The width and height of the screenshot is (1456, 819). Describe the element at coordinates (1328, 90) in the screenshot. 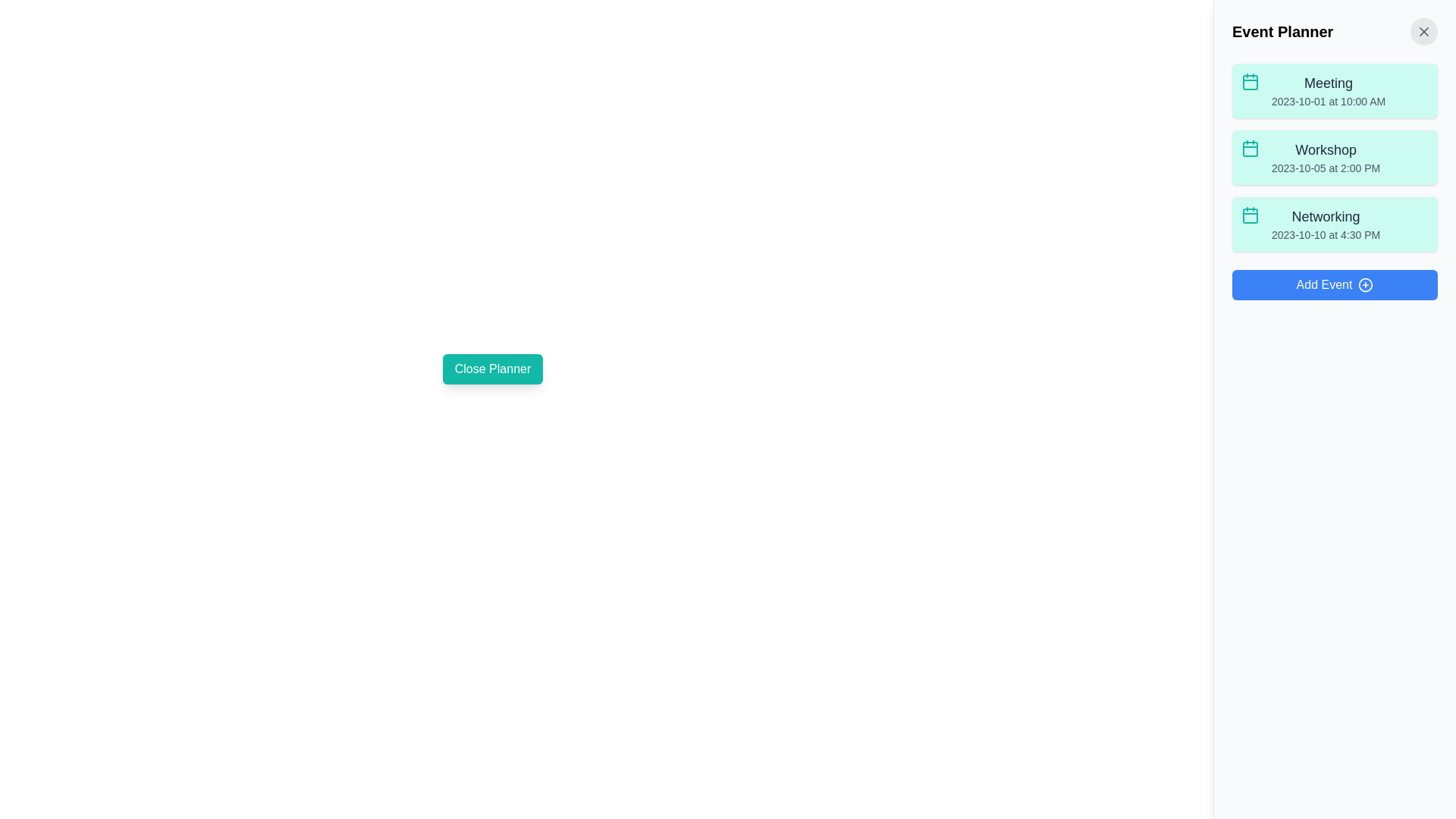

I see `the event text display labeled 'Meeting'` at that location.